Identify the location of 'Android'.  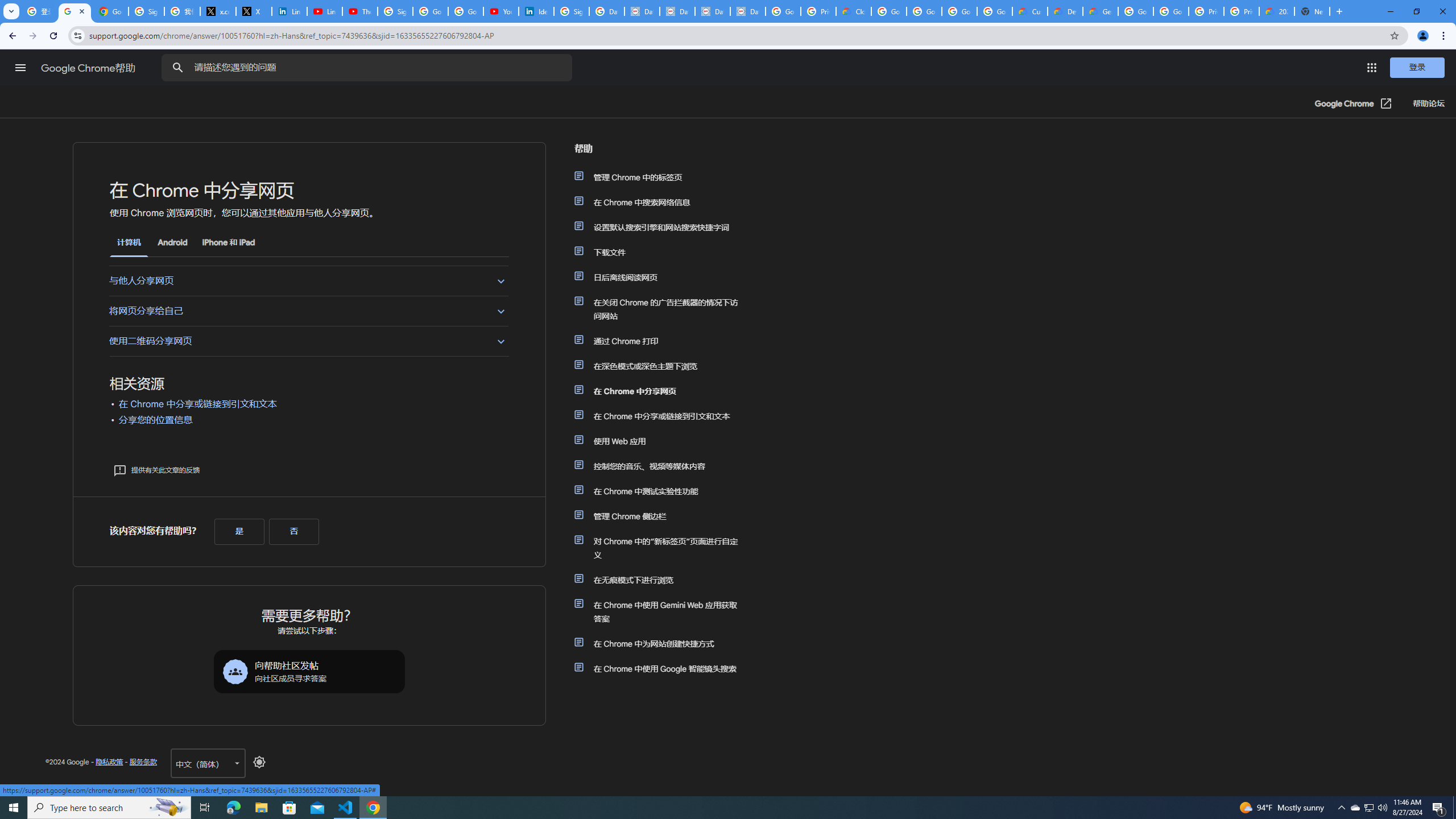
(172, 242).